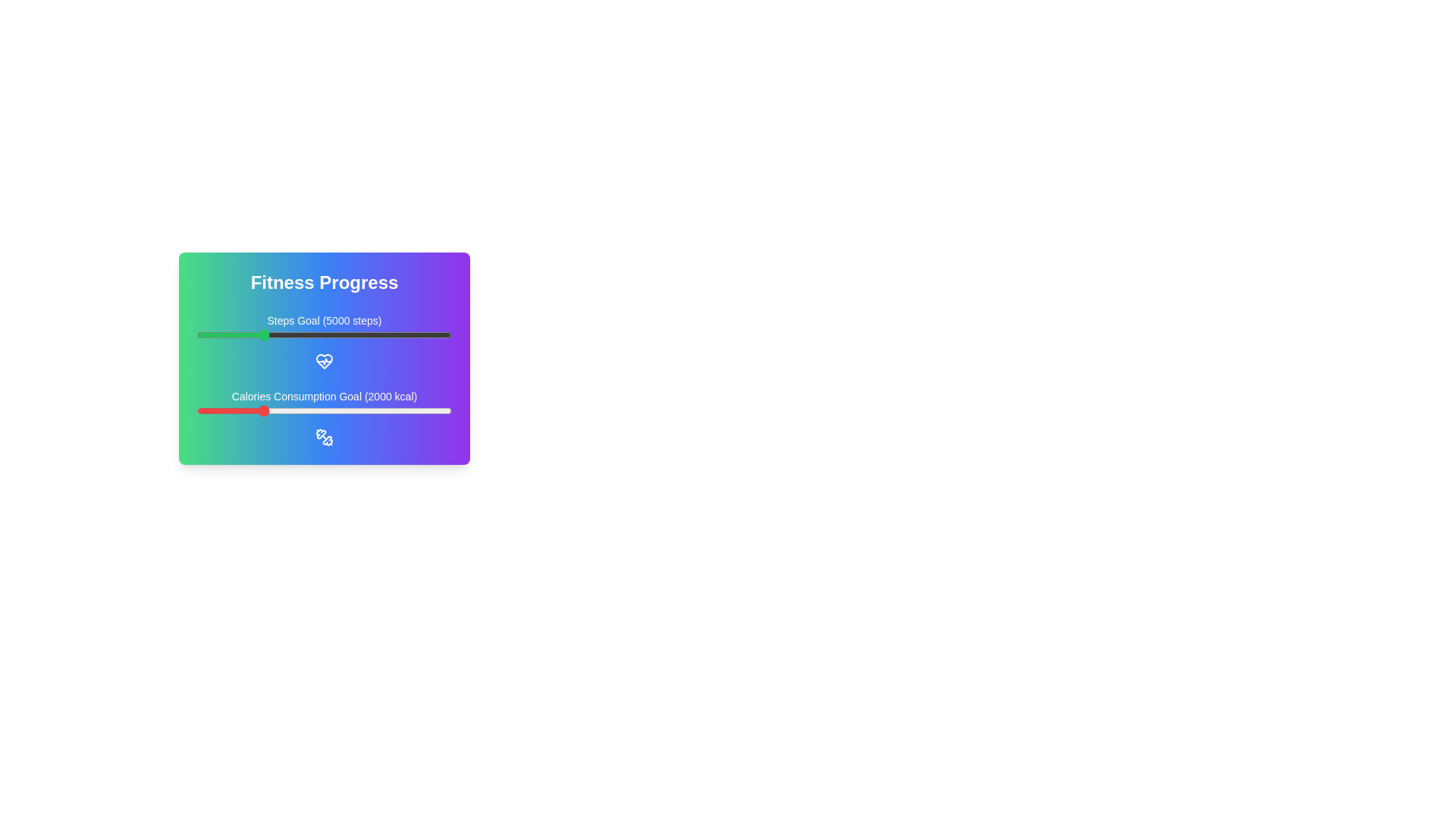 This screenshot has height=819, width=1456. I want to click on the second range slider labeled 'Calories Consumption Goal (2000 kcal)' to set the calorie consumption goal value, so click(323, 411).